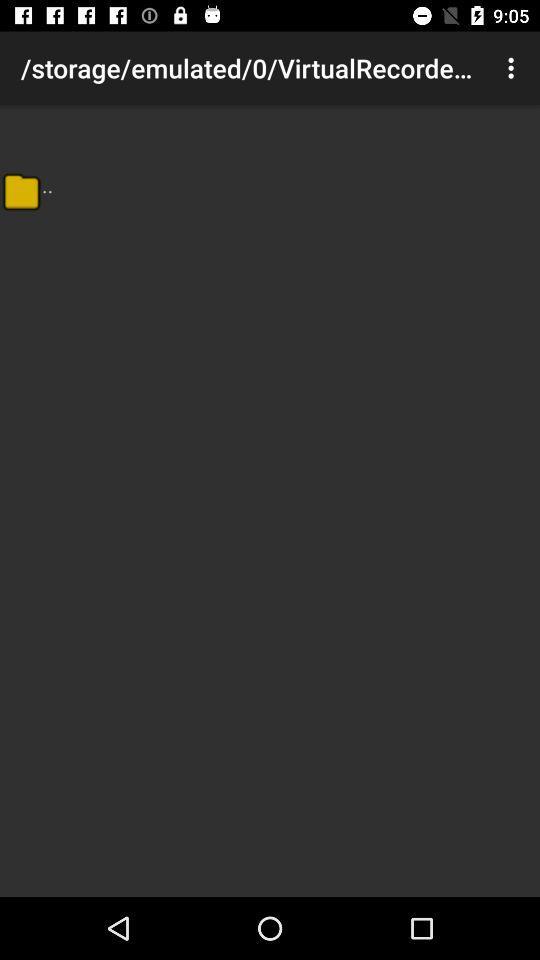  I want to click on item next to the .. app, so click(20, 191).